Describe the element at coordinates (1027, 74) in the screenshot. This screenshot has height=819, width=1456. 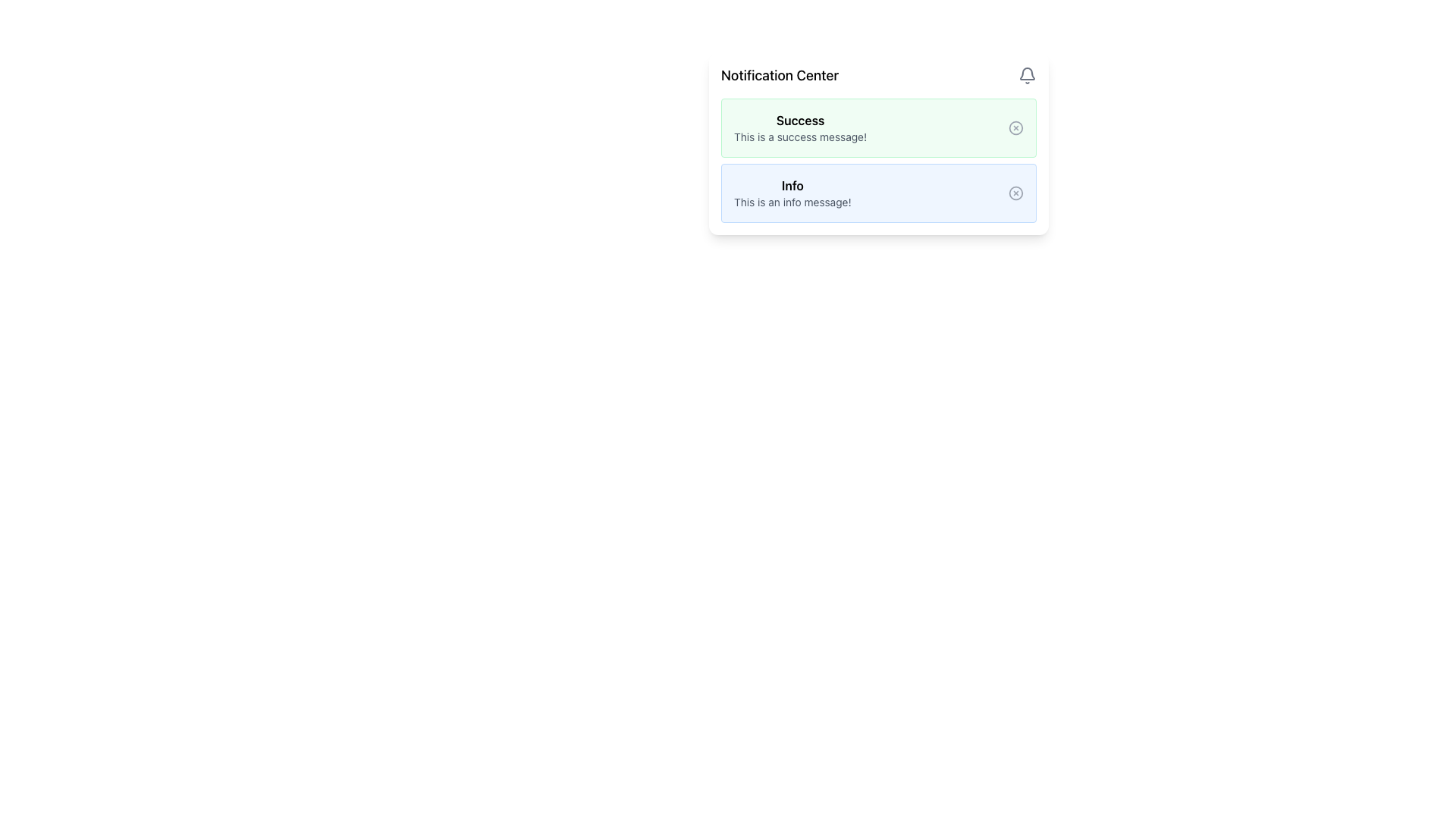
I see `the bell icon located in the top-right corner of the interface` at that location.